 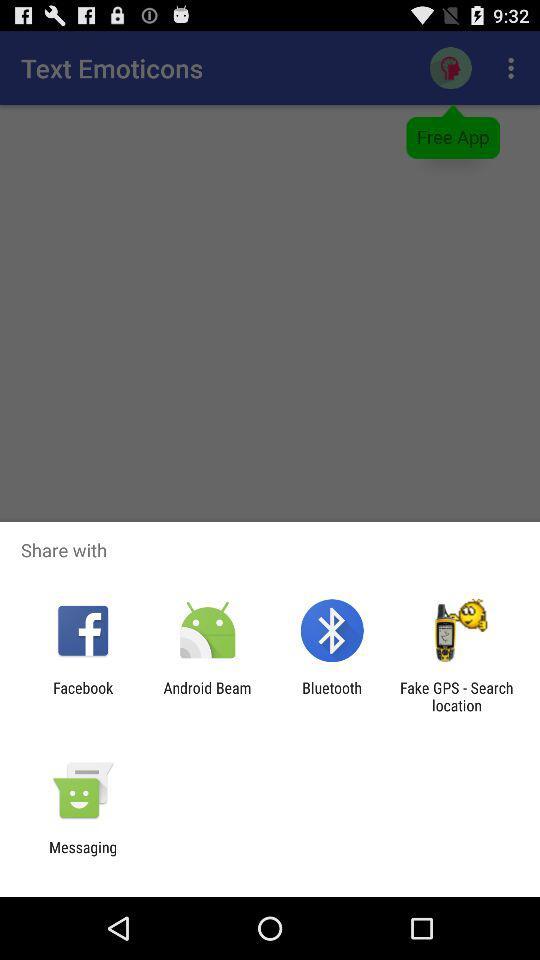 I want to click on the android beam, so click(x=206, y=696).